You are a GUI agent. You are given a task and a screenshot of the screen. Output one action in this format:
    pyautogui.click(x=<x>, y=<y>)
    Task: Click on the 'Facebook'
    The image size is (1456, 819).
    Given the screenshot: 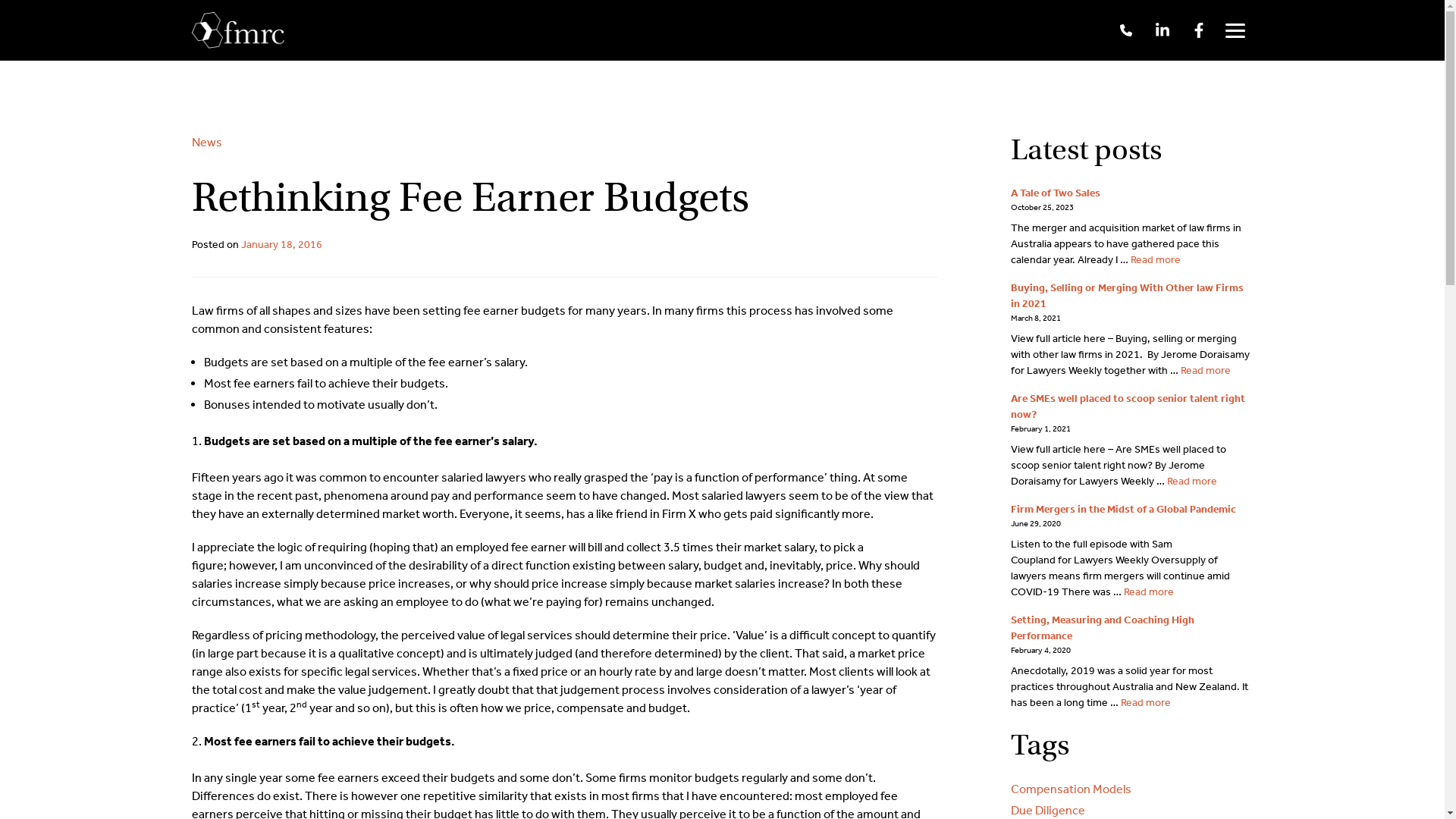 What is the action you would take?
    pyautogui.click(x=1197, y=30)
    